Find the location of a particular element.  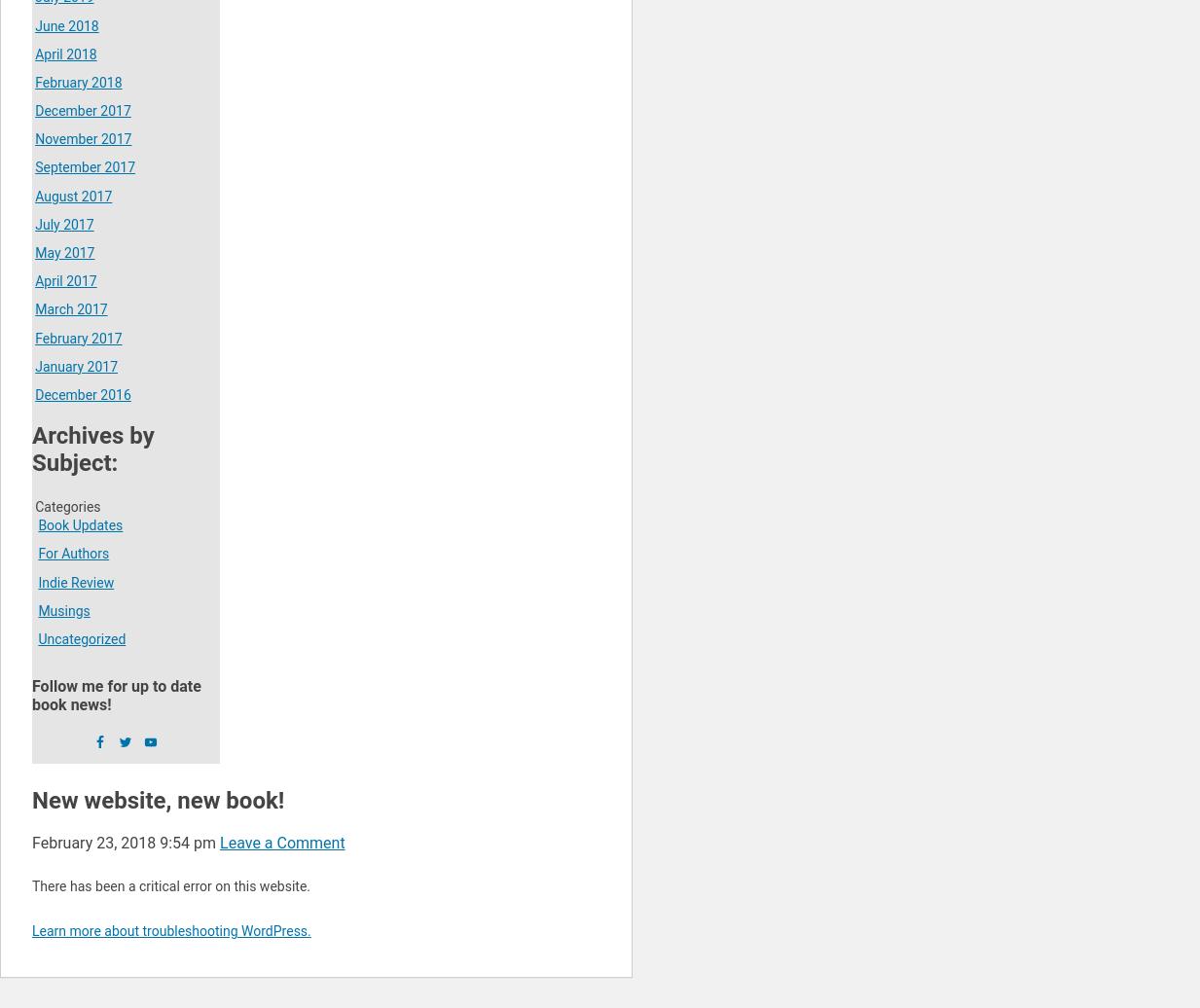

'Musings' is located at coordinates (62, 609).